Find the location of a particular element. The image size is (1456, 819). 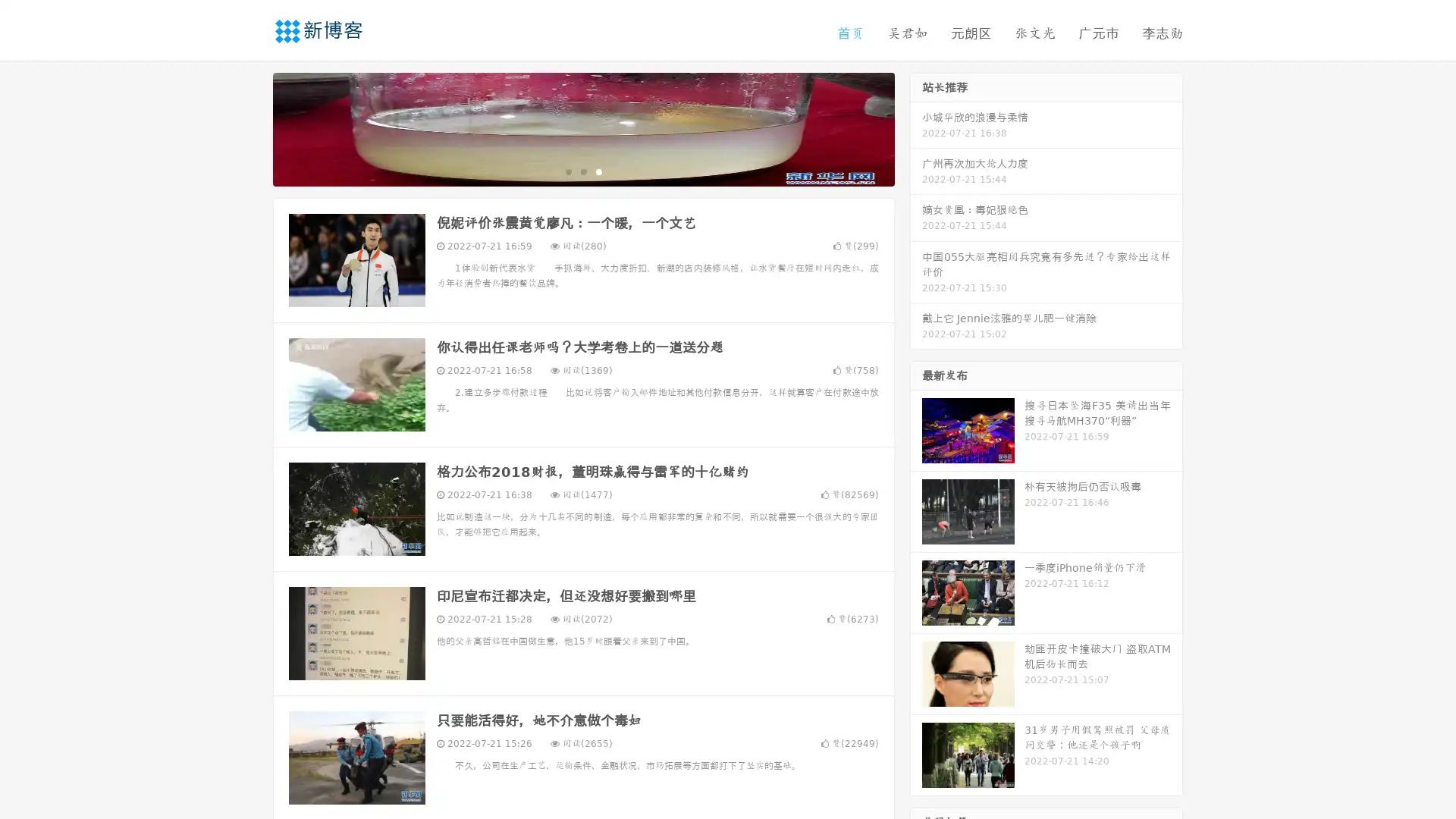

Go to slide 1 is located at coordinates (567, 171).